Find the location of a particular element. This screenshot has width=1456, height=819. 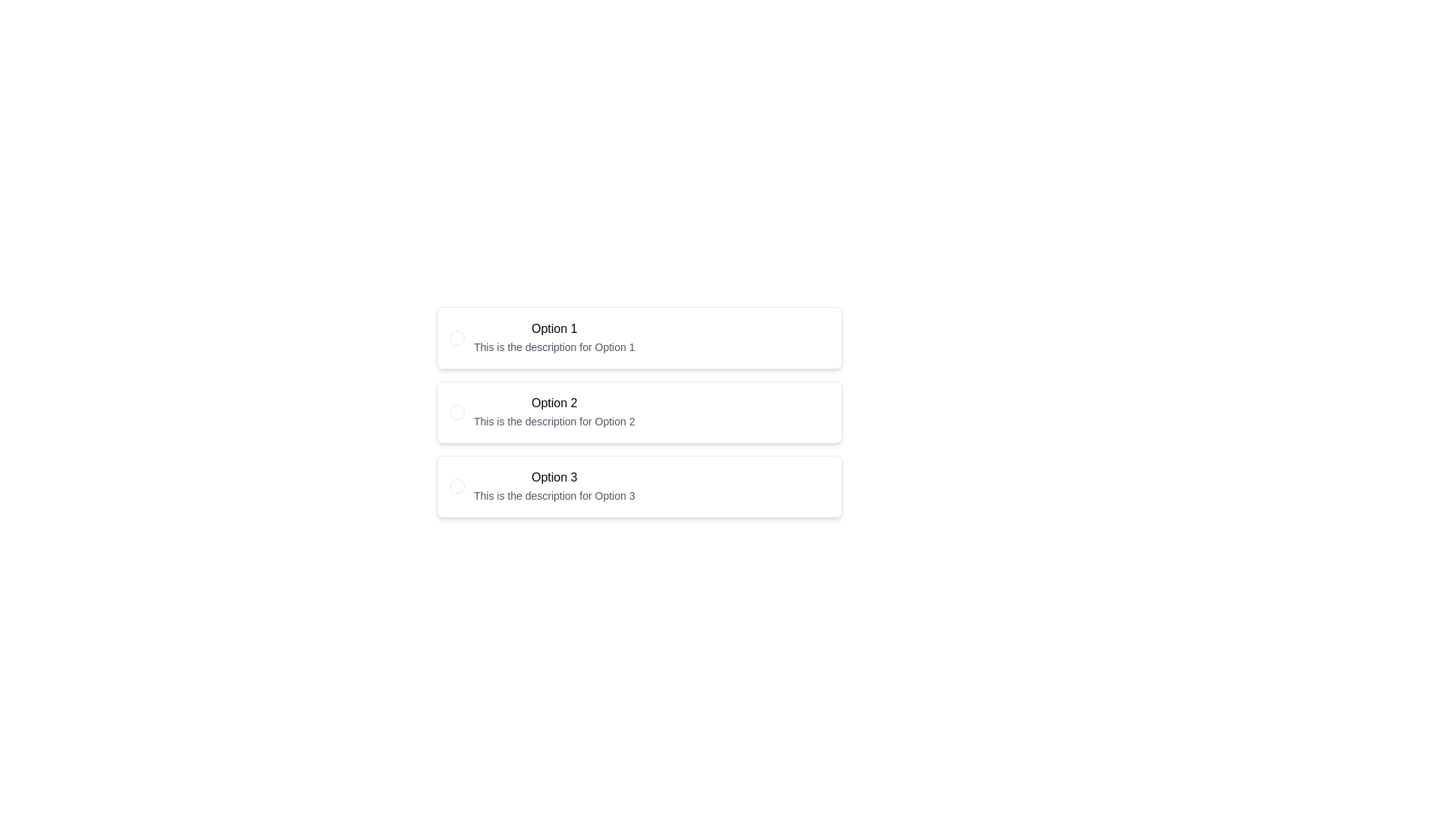

the text label that reads 'This is the description for Option 2', which is located below 'Option 2' in the second selectable item of the list is located at coordinates (554, 421).